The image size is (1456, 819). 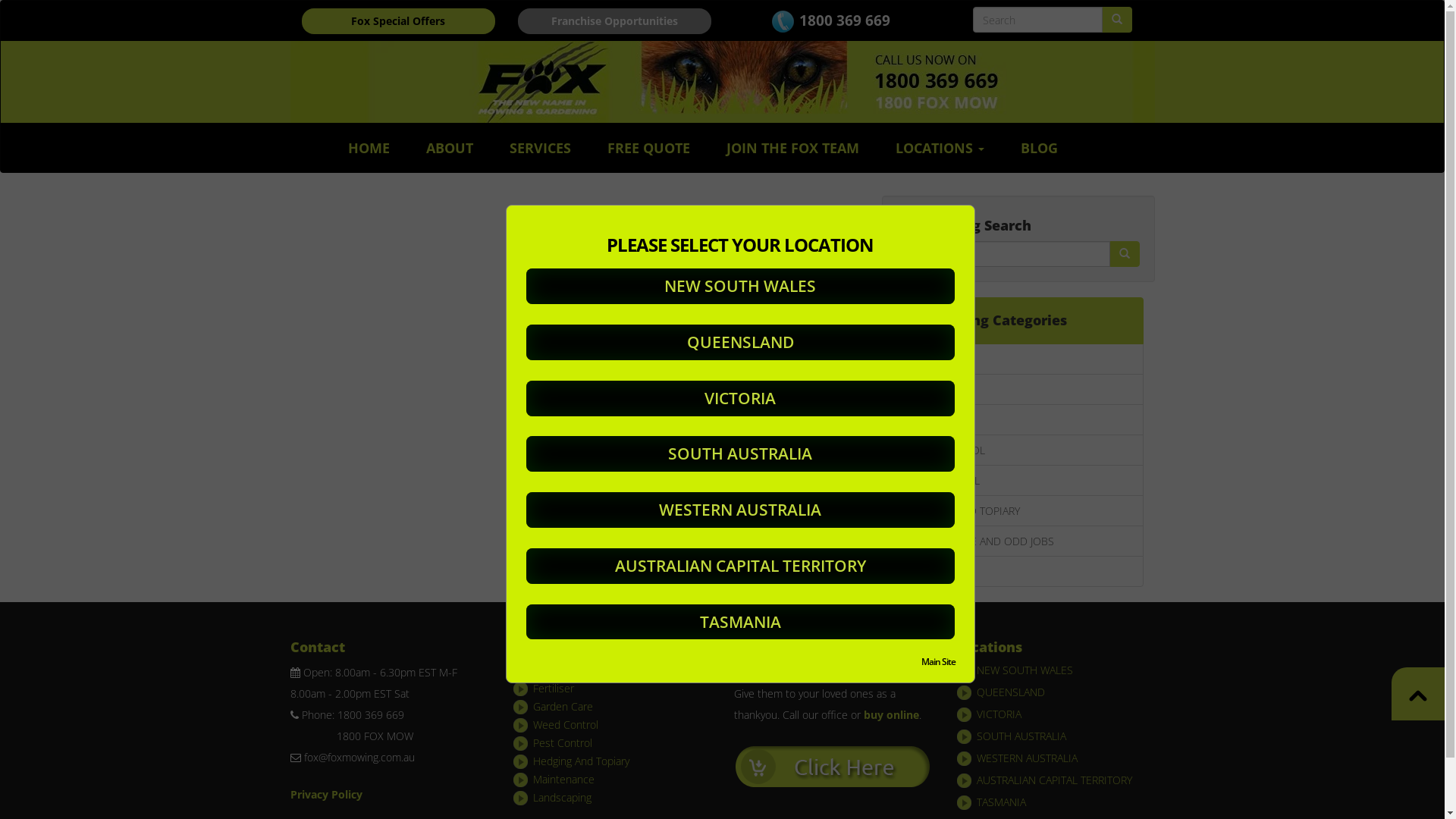 What do you see at coordinates (1018, 540) in the screenshot?
I see `'MAINTENANCE AND ODD JOBS'` at bounding box center [1018, 540].